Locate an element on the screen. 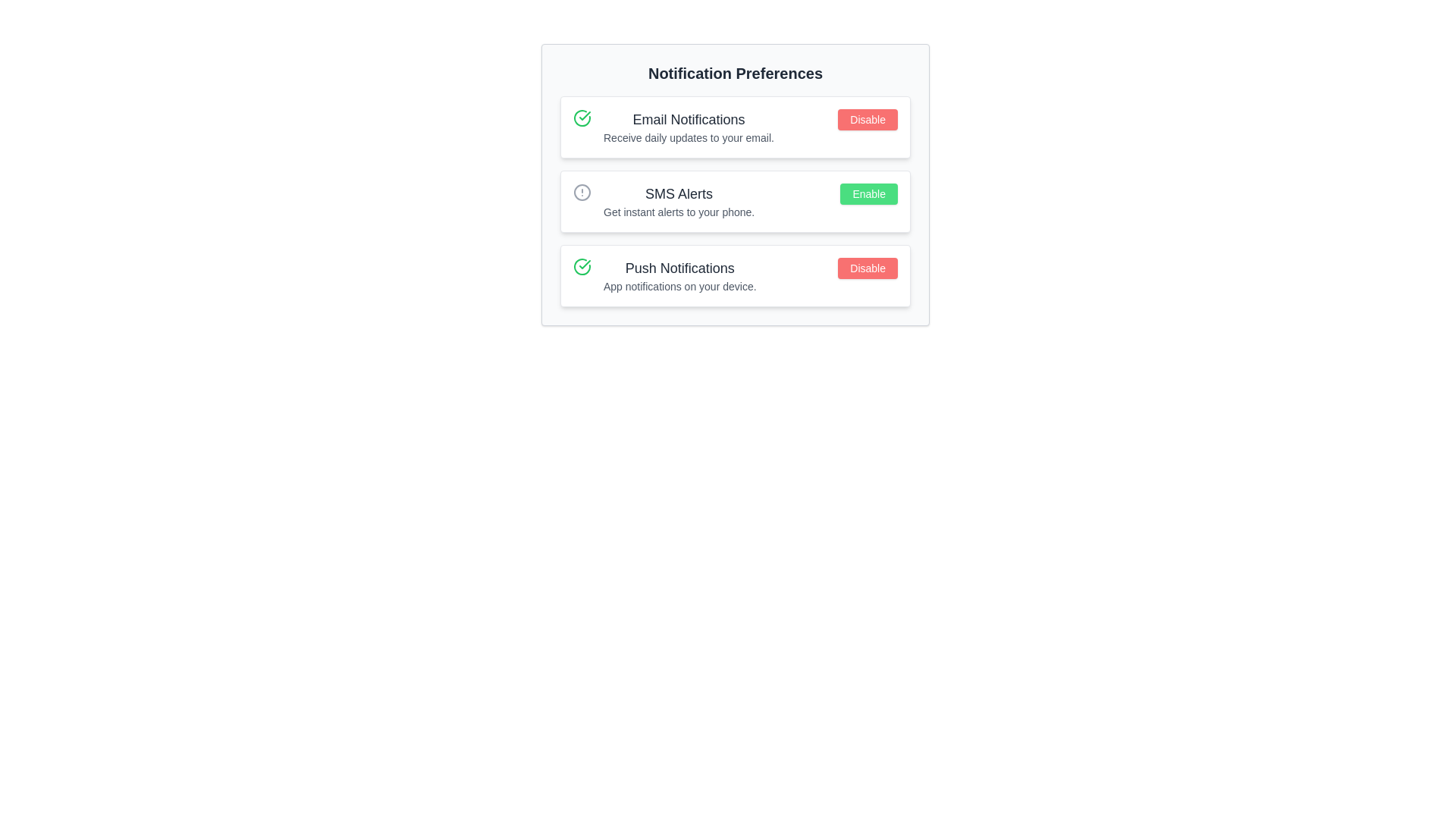 This screenshot has height=819, width=1456. the text label providing additional information about the 'Push Notifications' setting, located beneath the 'Push Notifications' heading in the third notification preference card is located at coordinates (679, 287).